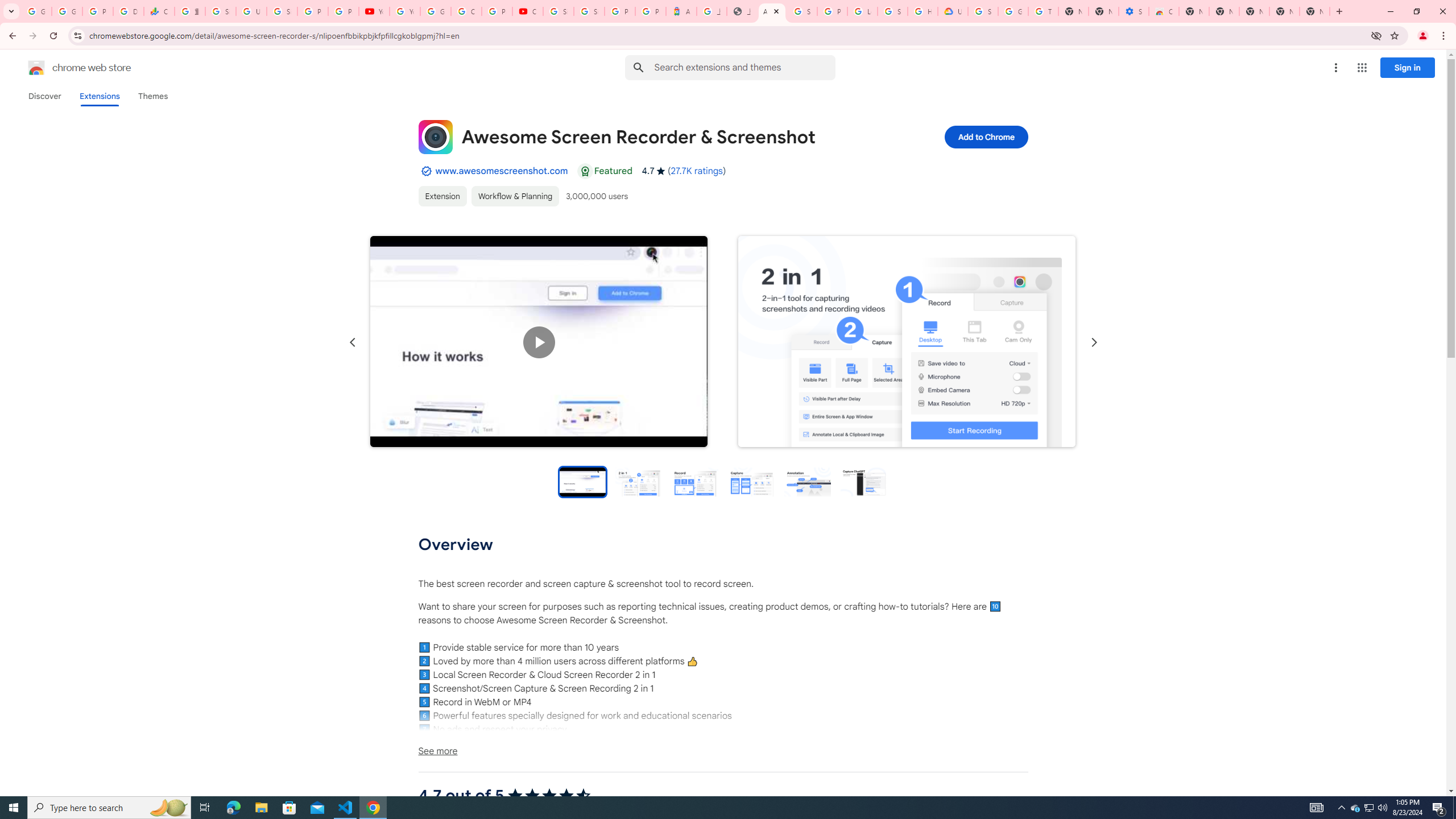  What do you see at coordinates (44, 96) in the screenshot?
I see `'Discover'` at bounding box center [44, 96].